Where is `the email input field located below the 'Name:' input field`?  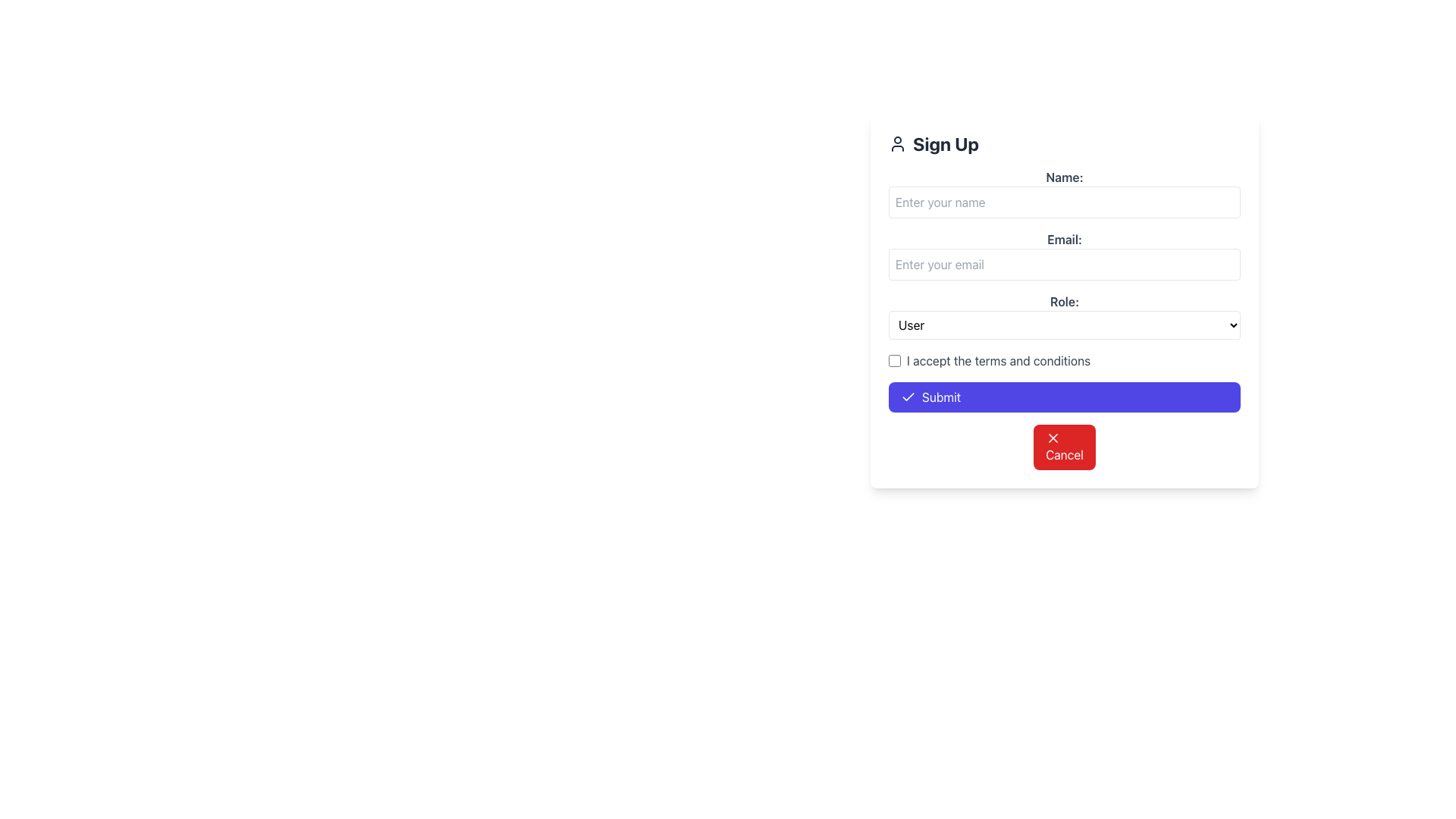 the email input field located below the 'Name:' input field is located at coordinates (1063, 254).